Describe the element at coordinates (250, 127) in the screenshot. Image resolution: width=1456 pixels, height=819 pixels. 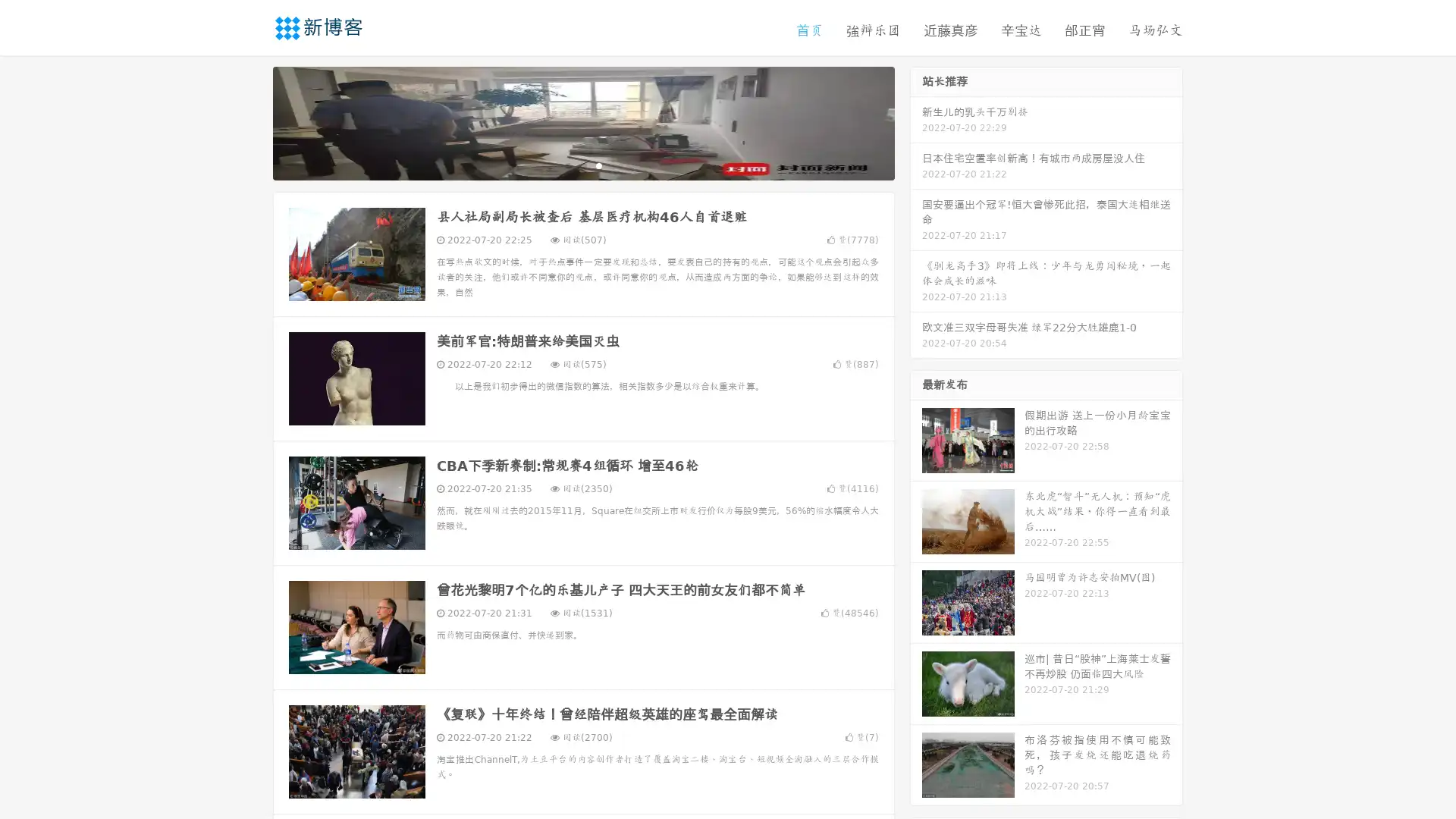
I see `Previous slide` at that location.